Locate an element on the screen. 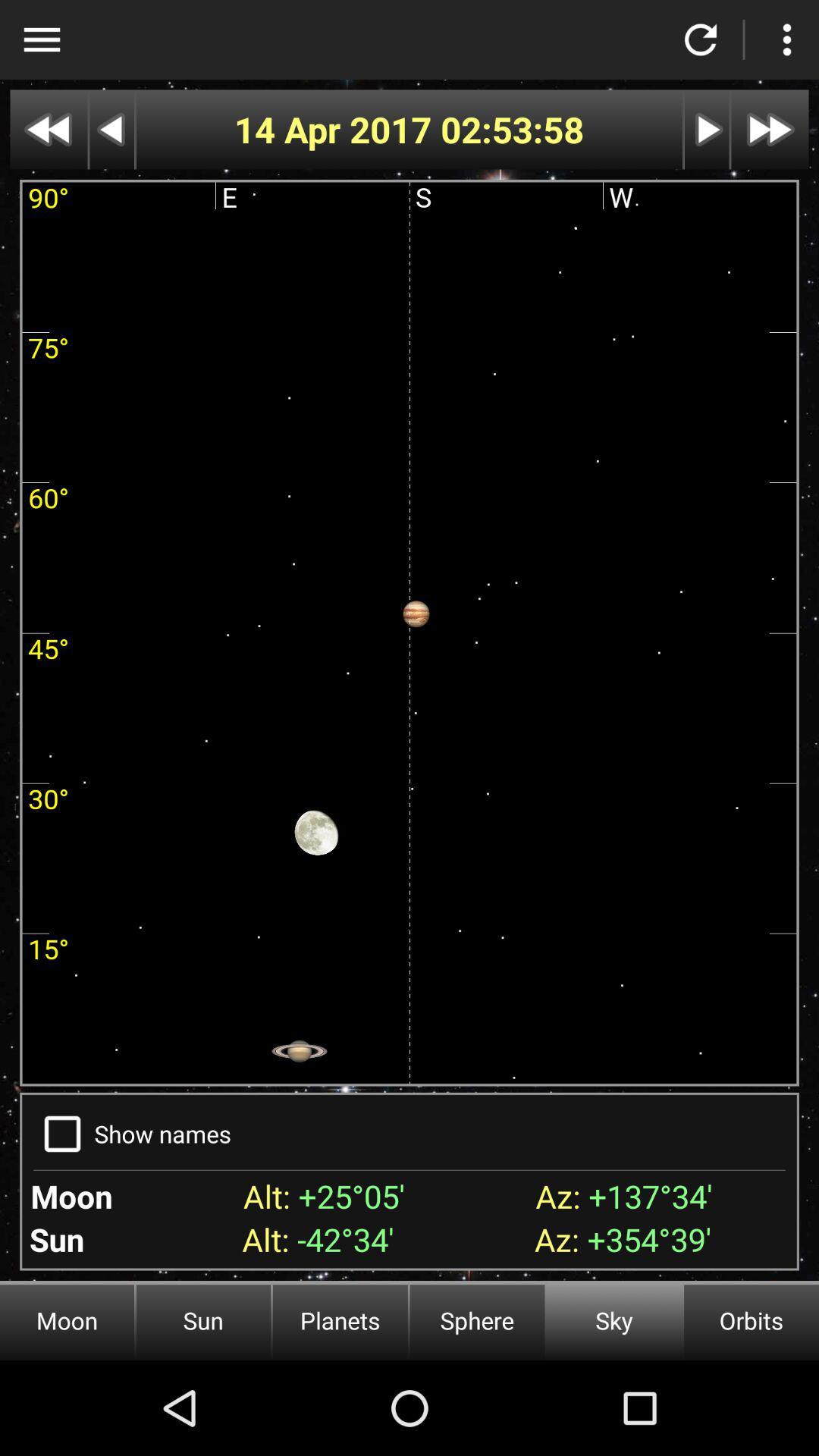 The height and width of the screenshot is (1456, 819). 02:53:58 is located at coordinates (512, 130).